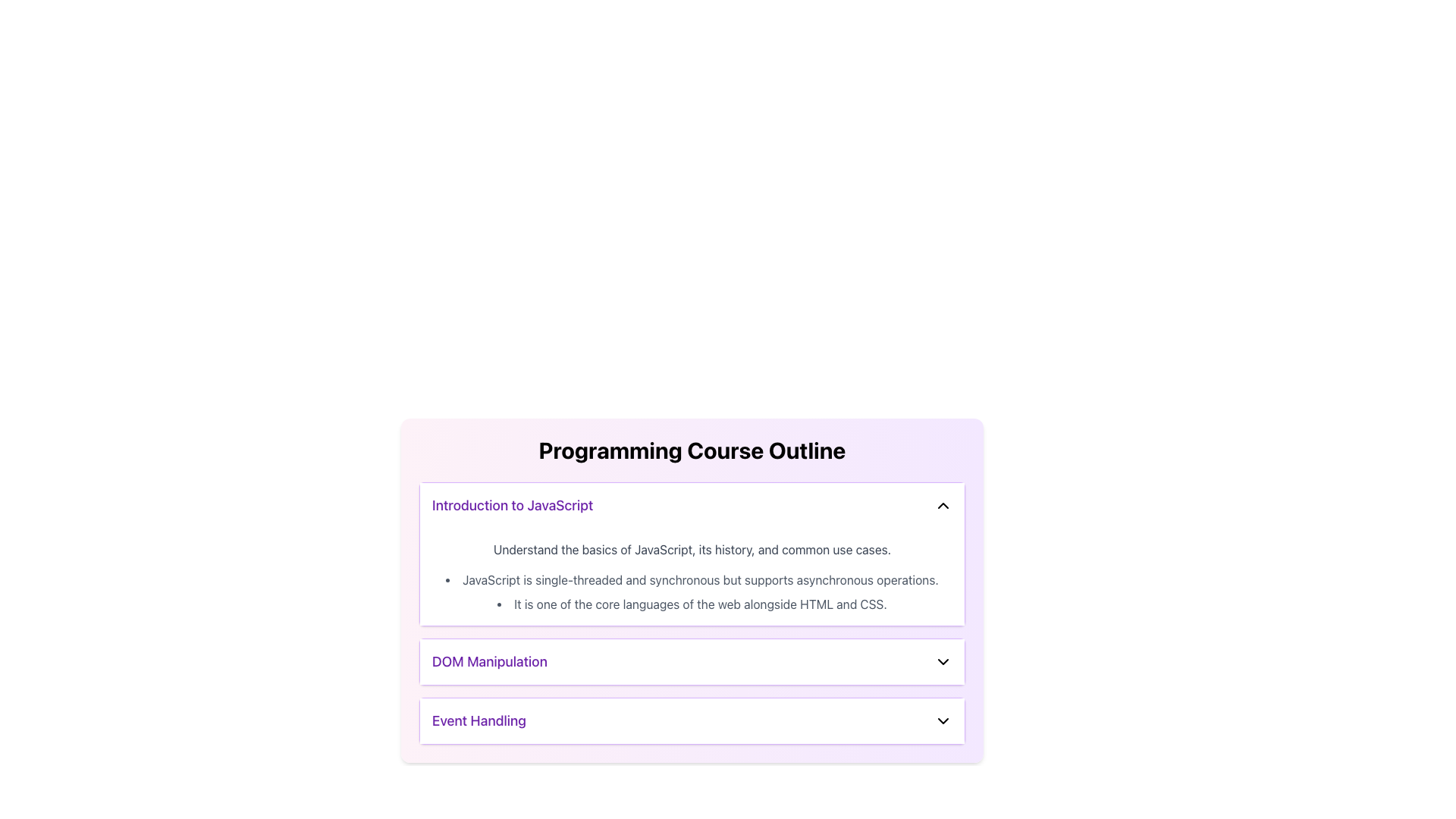 This screenshot has height=819, width=1456. Describe the element at coordinates (942, 720) in the screenshot. I see `the downward chevron arrow icon located at the far right of the 'Event Handling' entry` at that location.